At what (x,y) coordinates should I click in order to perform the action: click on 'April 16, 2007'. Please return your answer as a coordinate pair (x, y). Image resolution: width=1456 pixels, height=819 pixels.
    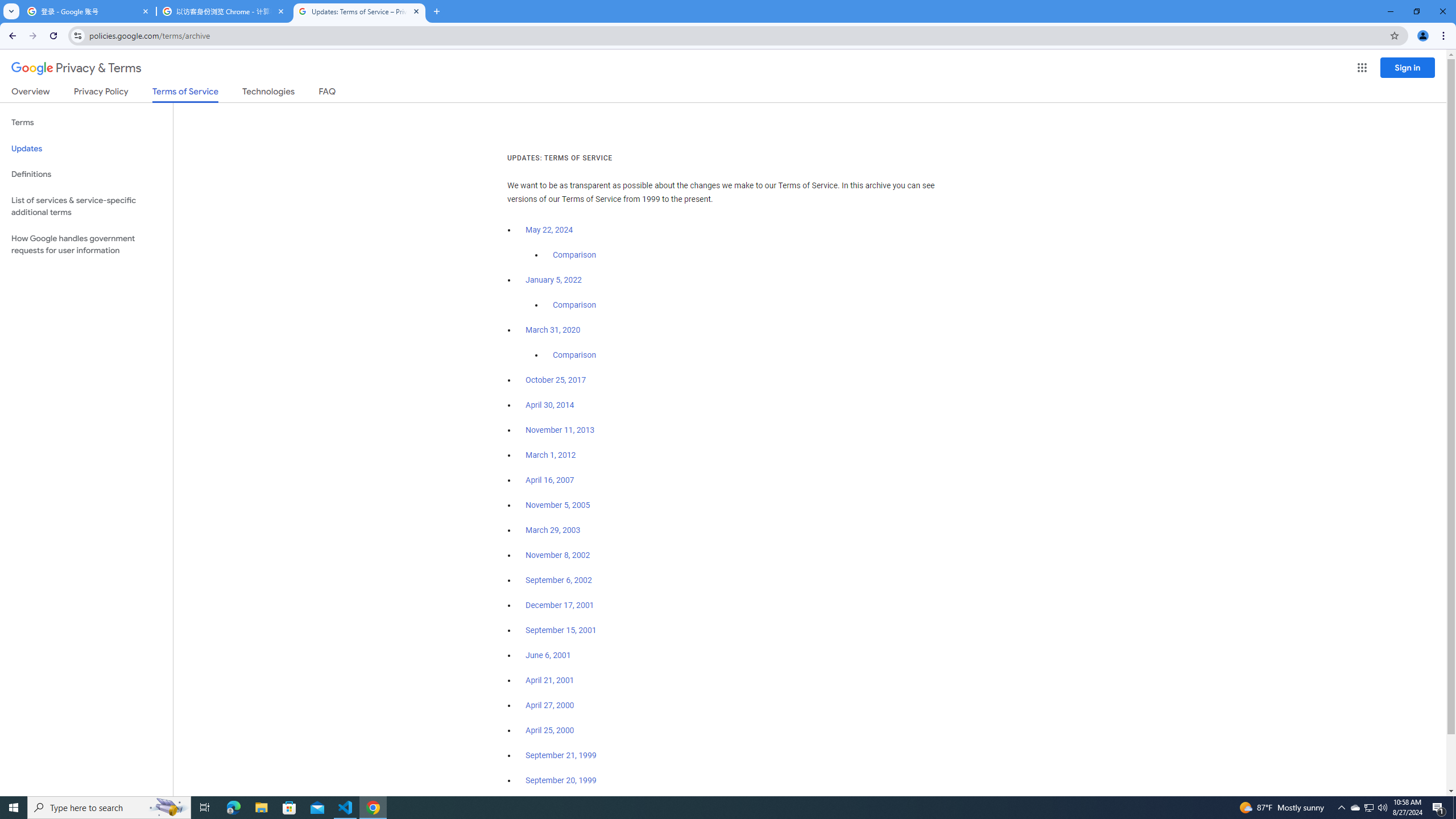
    Looking at the image, I should click on (549, 481).